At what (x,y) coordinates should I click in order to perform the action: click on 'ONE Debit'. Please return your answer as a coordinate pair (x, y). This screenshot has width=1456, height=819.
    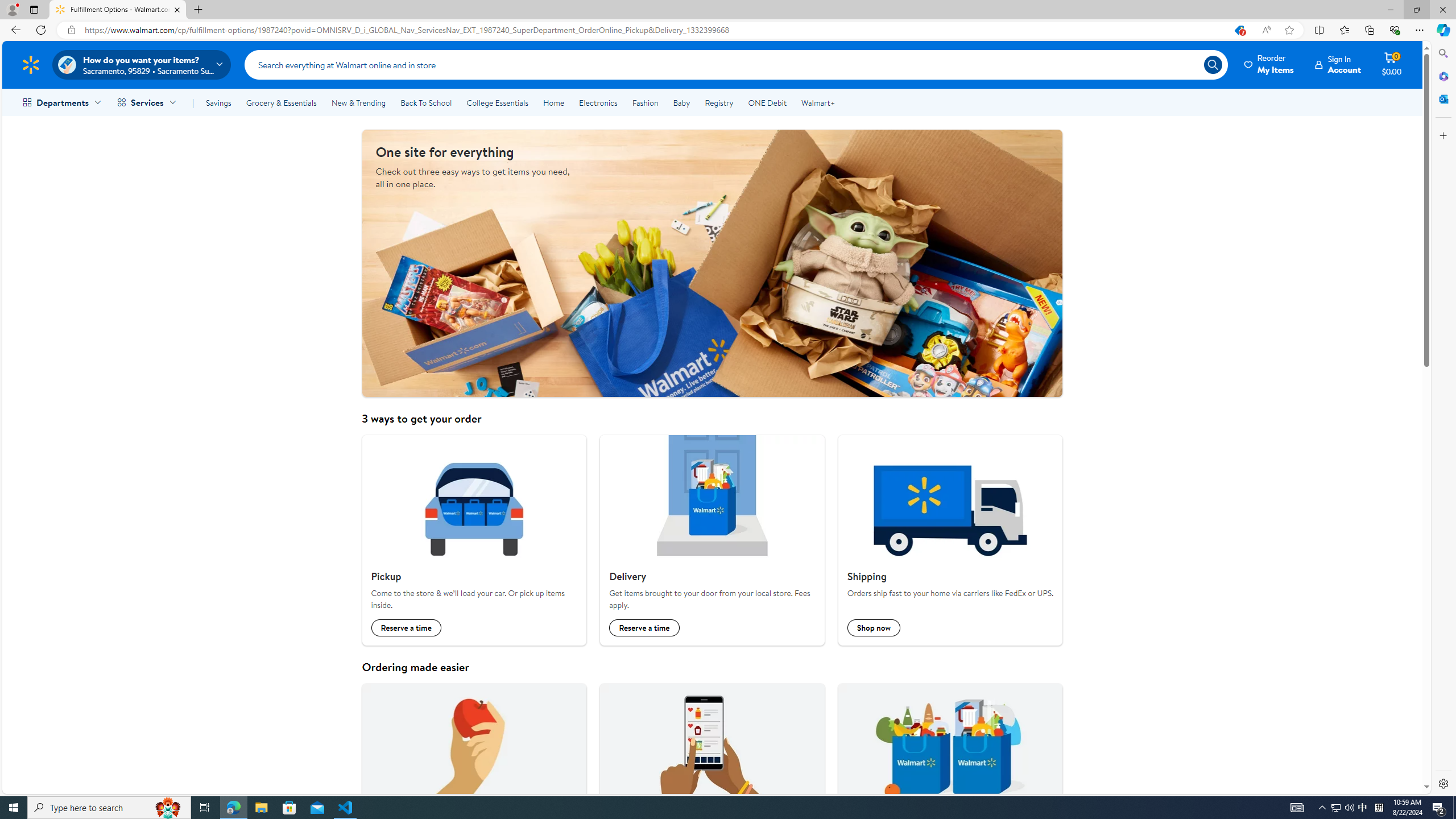
    Looking at the image, I should click on (767, 102).